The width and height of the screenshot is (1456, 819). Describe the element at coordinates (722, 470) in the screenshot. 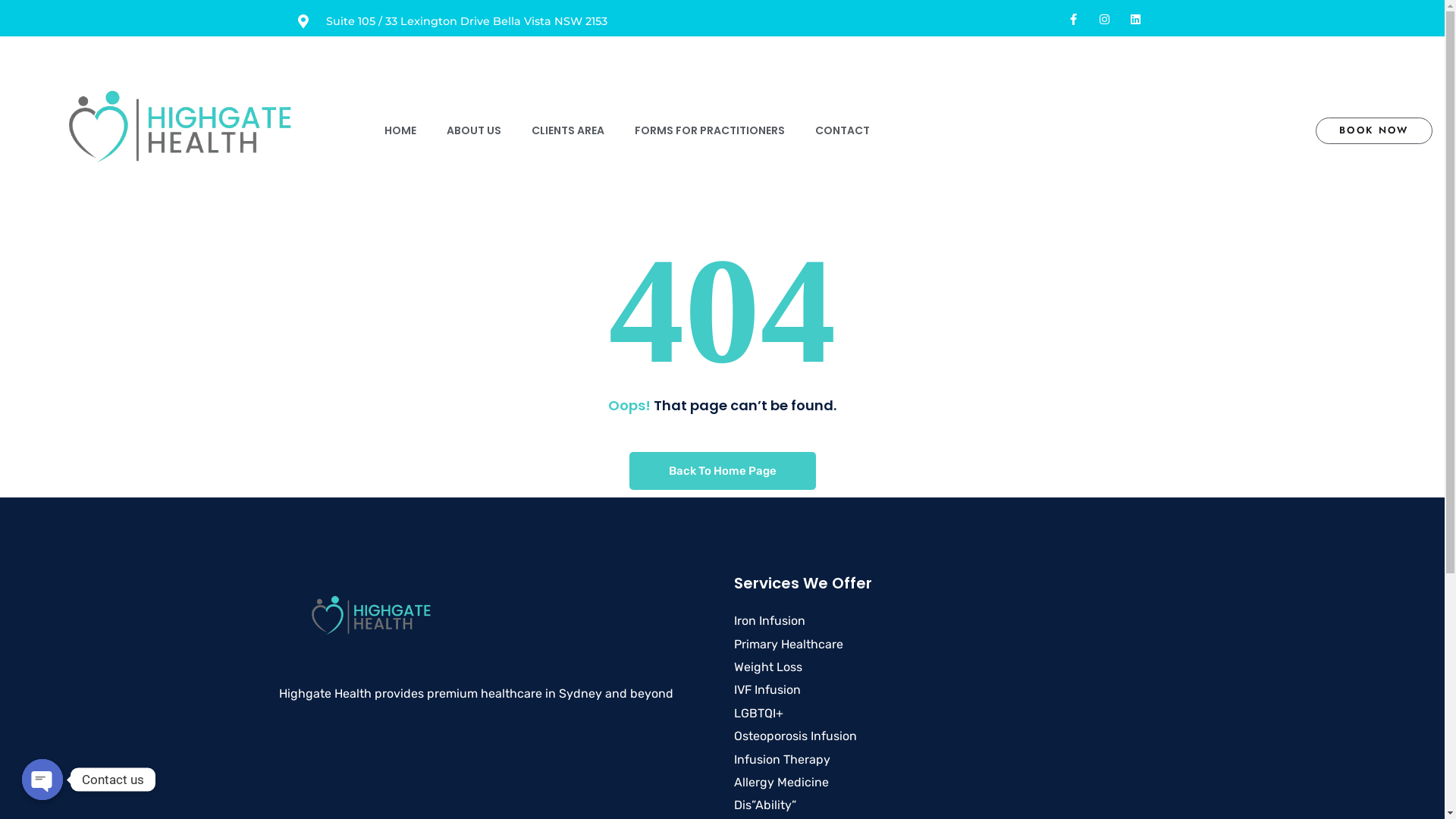

I see `'Back To Home Page'` at that location.